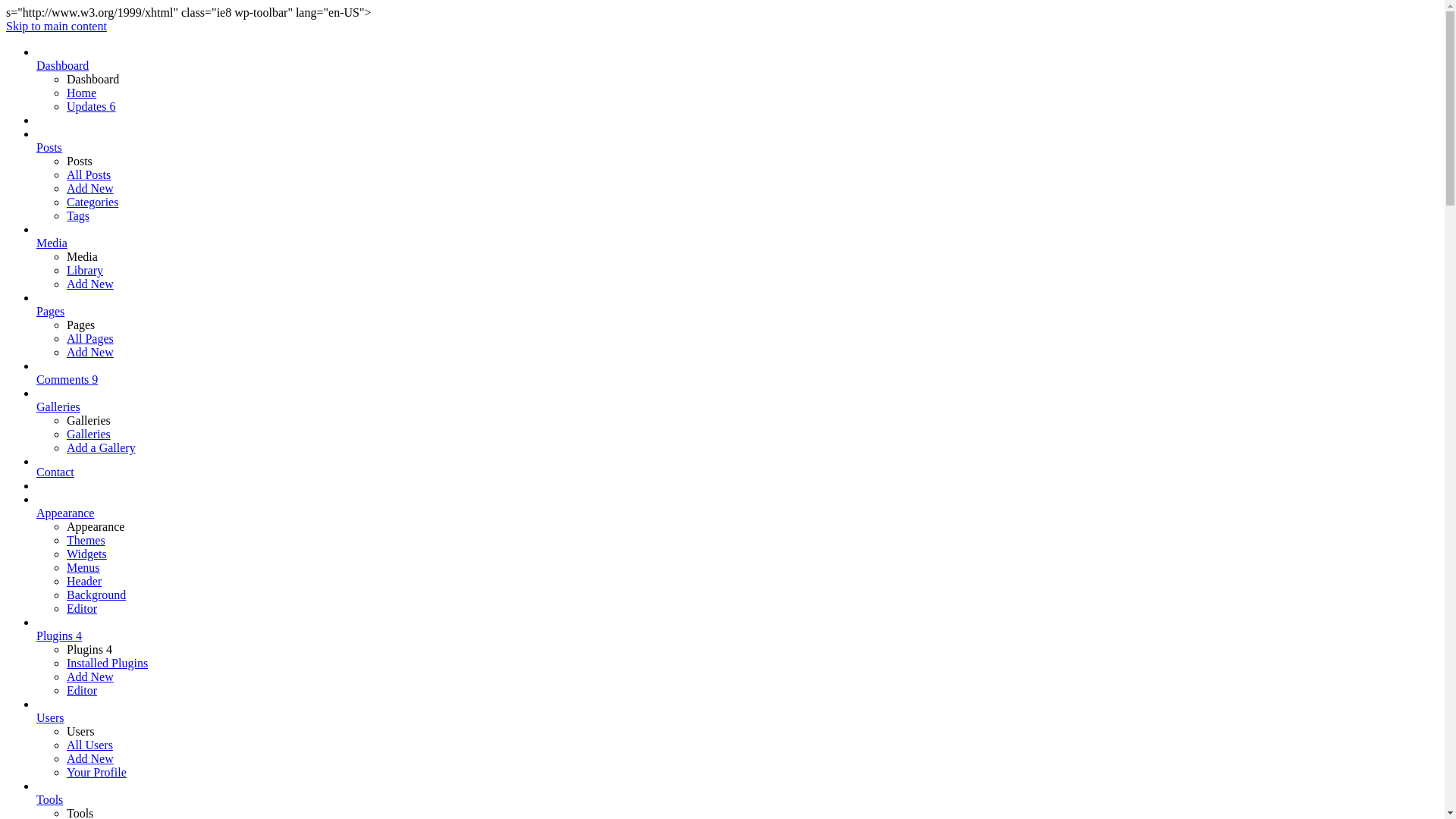  I want to click on 'Widgets', so click(86, 554).